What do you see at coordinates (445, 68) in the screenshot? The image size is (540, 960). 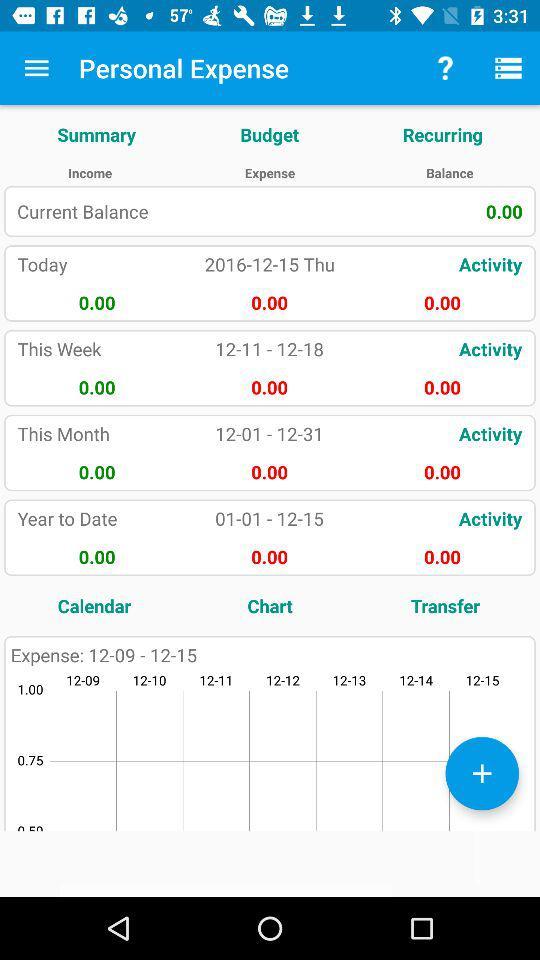 I see `item above recurring icon` at bounding box center [445, 68].